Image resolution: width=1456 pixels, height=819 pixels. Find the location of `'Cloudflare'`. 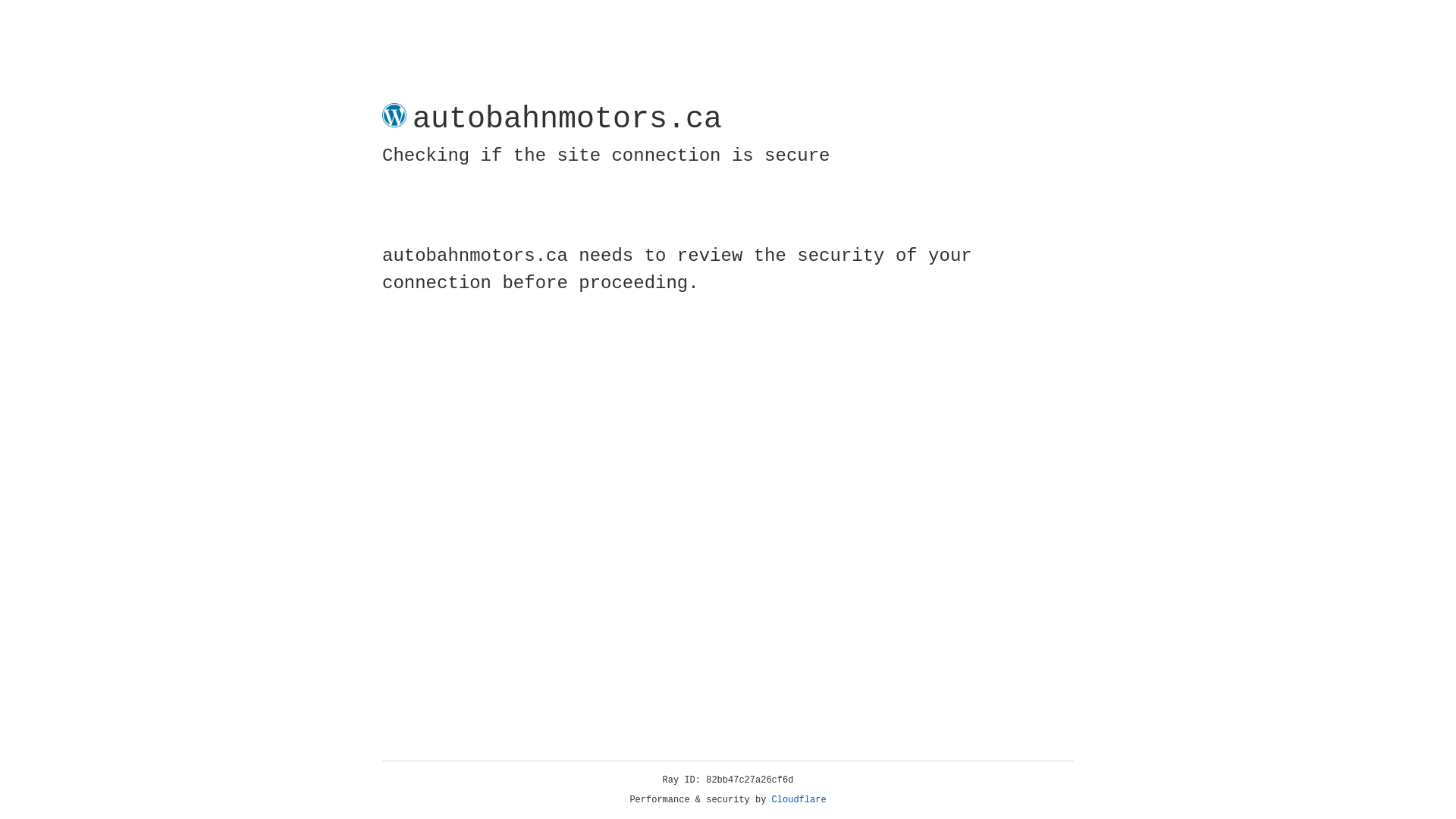

'Cloudflare' is located at coordinates (799, 799).